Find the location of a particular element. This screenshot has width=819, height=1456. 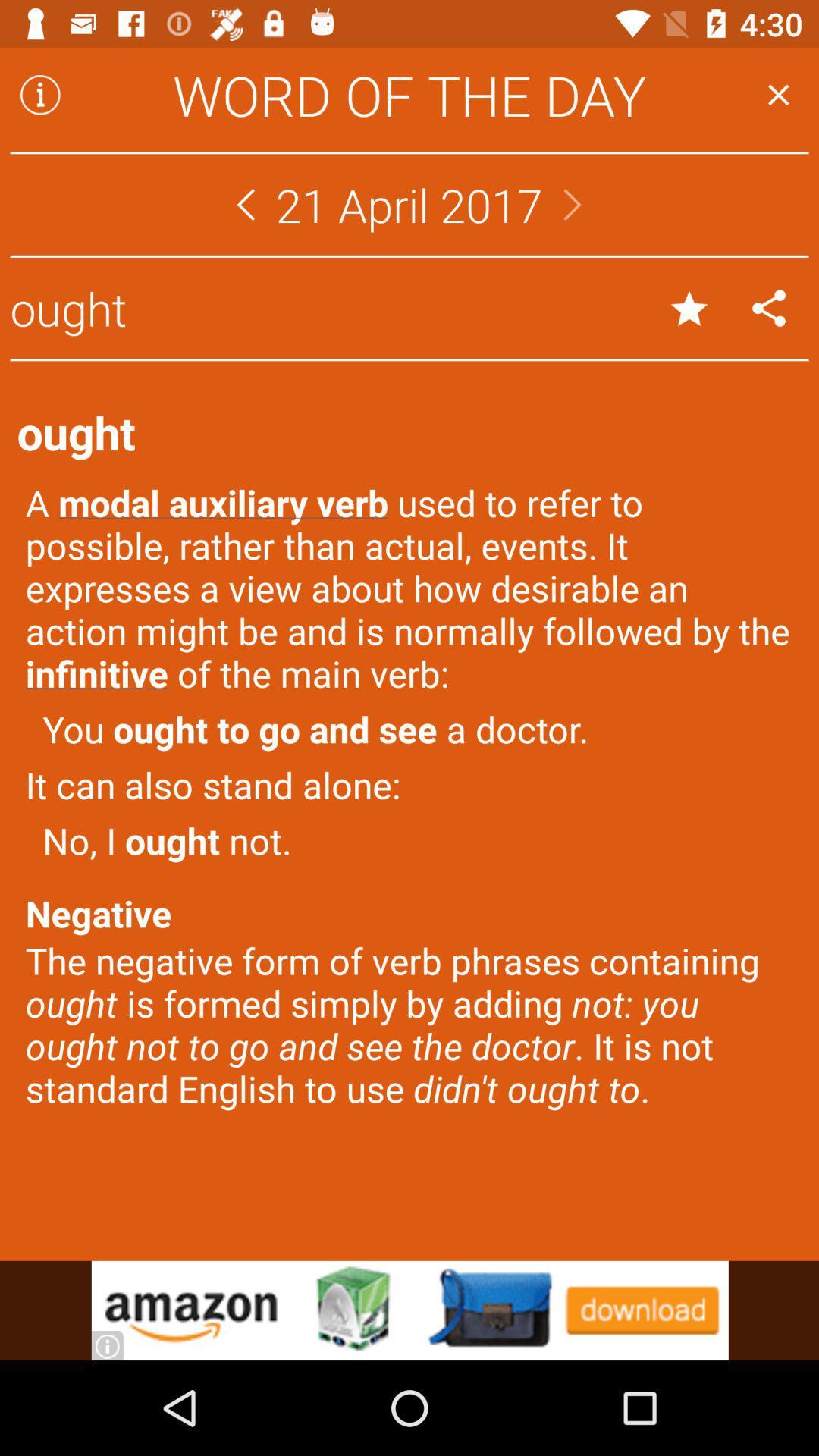

show more information is located at coordinates (39, 94).